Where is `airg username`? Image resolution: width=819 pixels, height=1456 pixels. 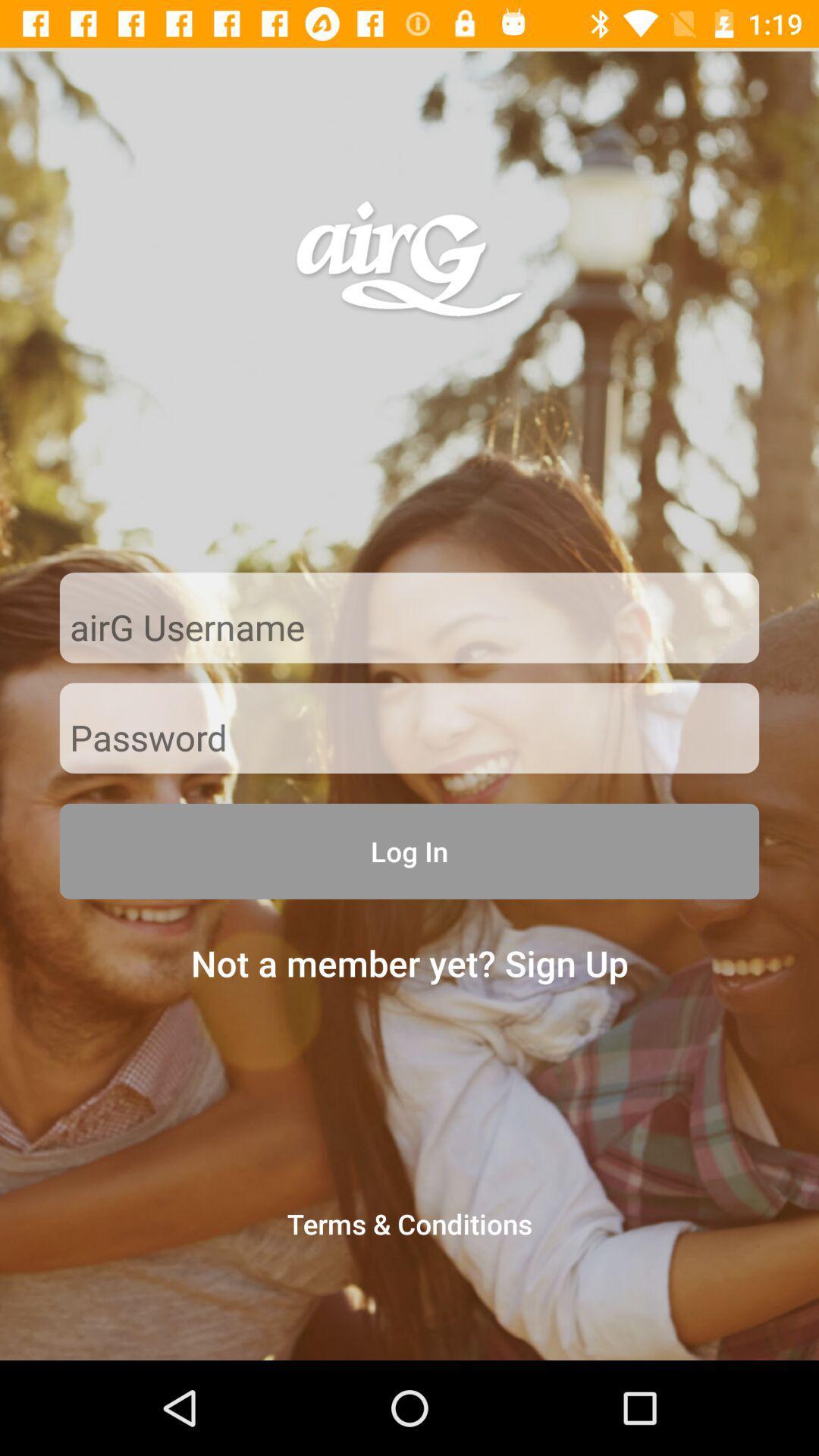
airg username is located at coordinates (409, 629).